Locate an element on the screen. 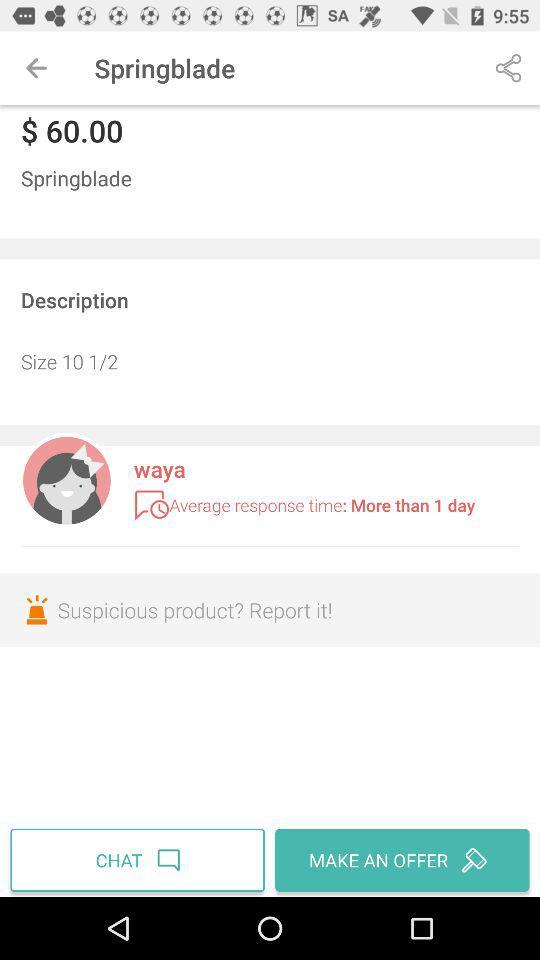 This screenshot has height=960, width=540. the avatar icon is located at coordinates (66, 478).